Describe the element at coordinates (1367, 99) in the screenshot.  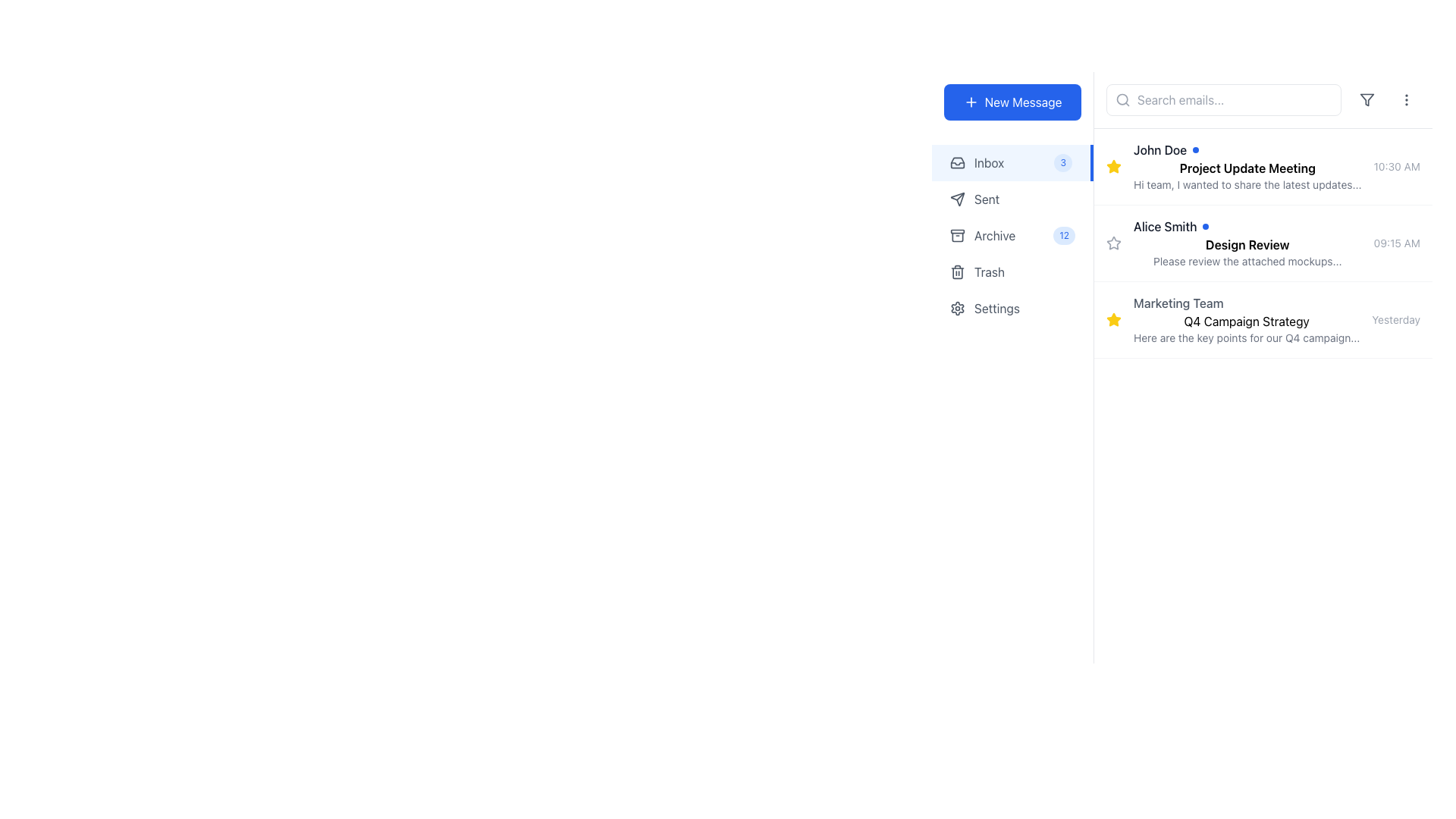
I see `the funnel icon button located in the top-right corner of the horizontal bar, adjacent to the three vertical dots icon` at that location.